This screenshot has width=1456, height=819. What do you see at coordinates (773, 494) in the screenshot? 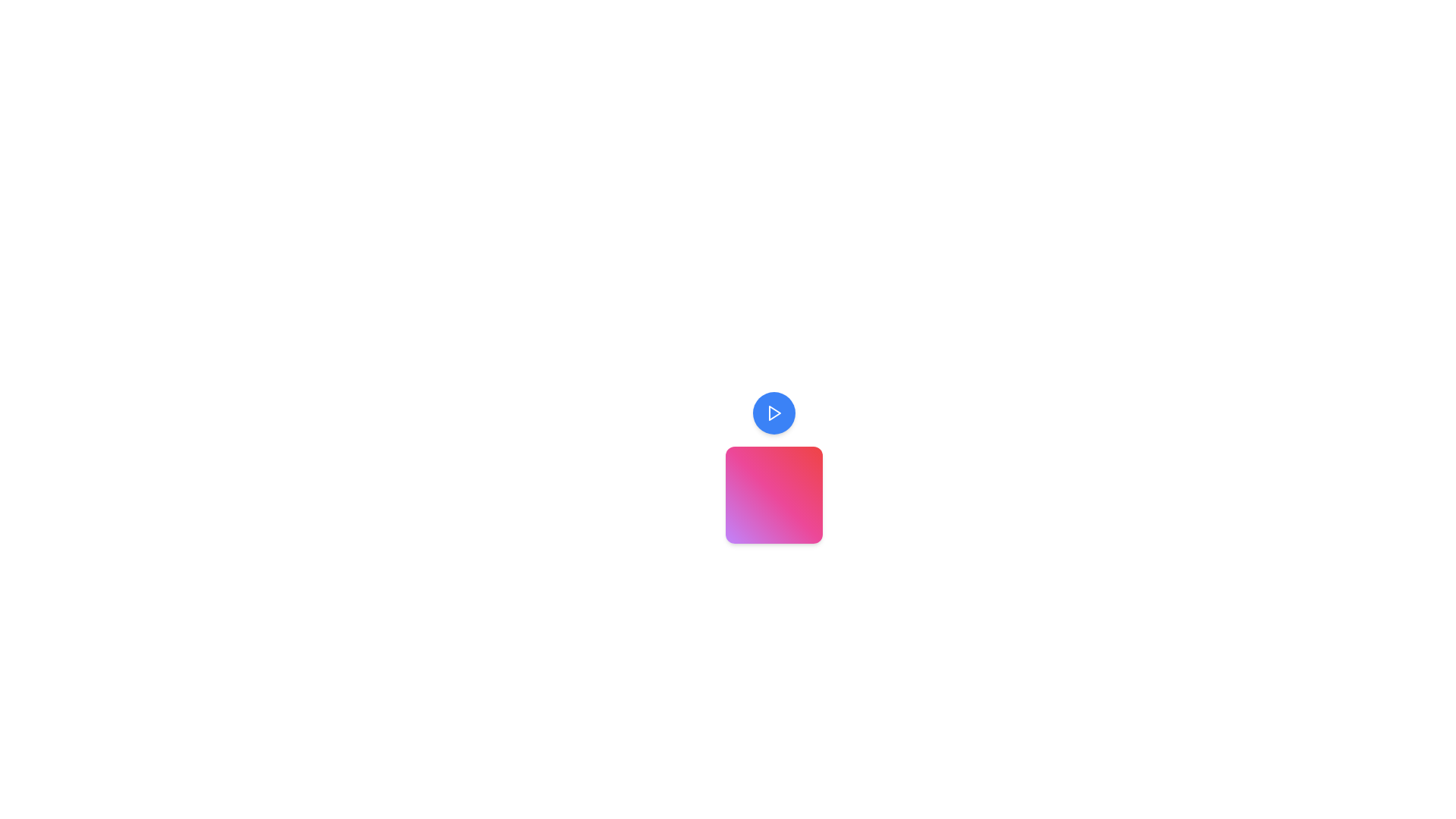
I see `the square-shaped Decorative UI element with a gradient background transitioning from purple to pink to red, located below the blue circular button with a white play icon` at bounding box center [773, 494].